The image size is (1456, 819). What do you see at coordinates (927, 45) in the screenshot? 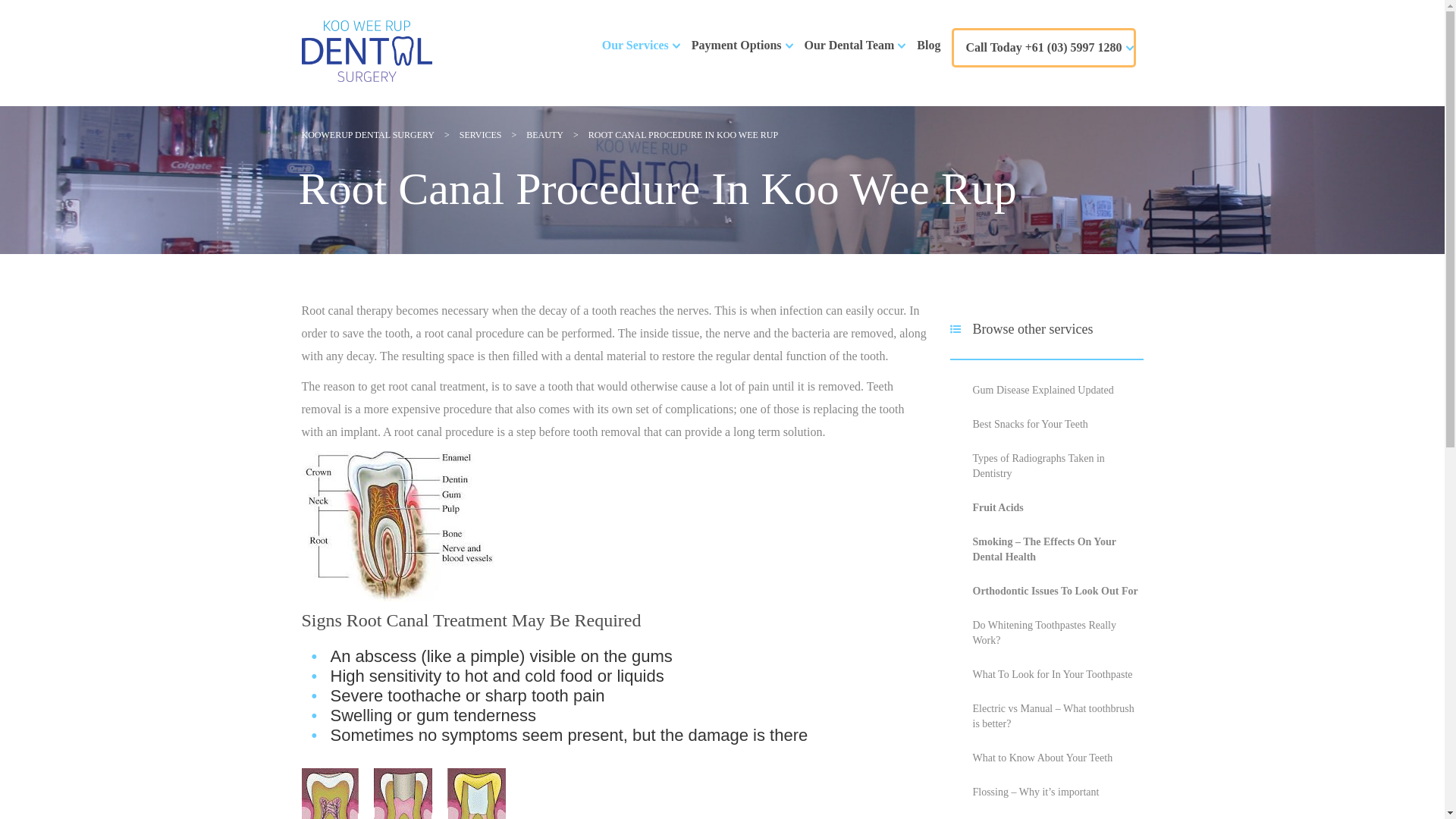
I see `'Blog'` at bounding box center [927, 45].